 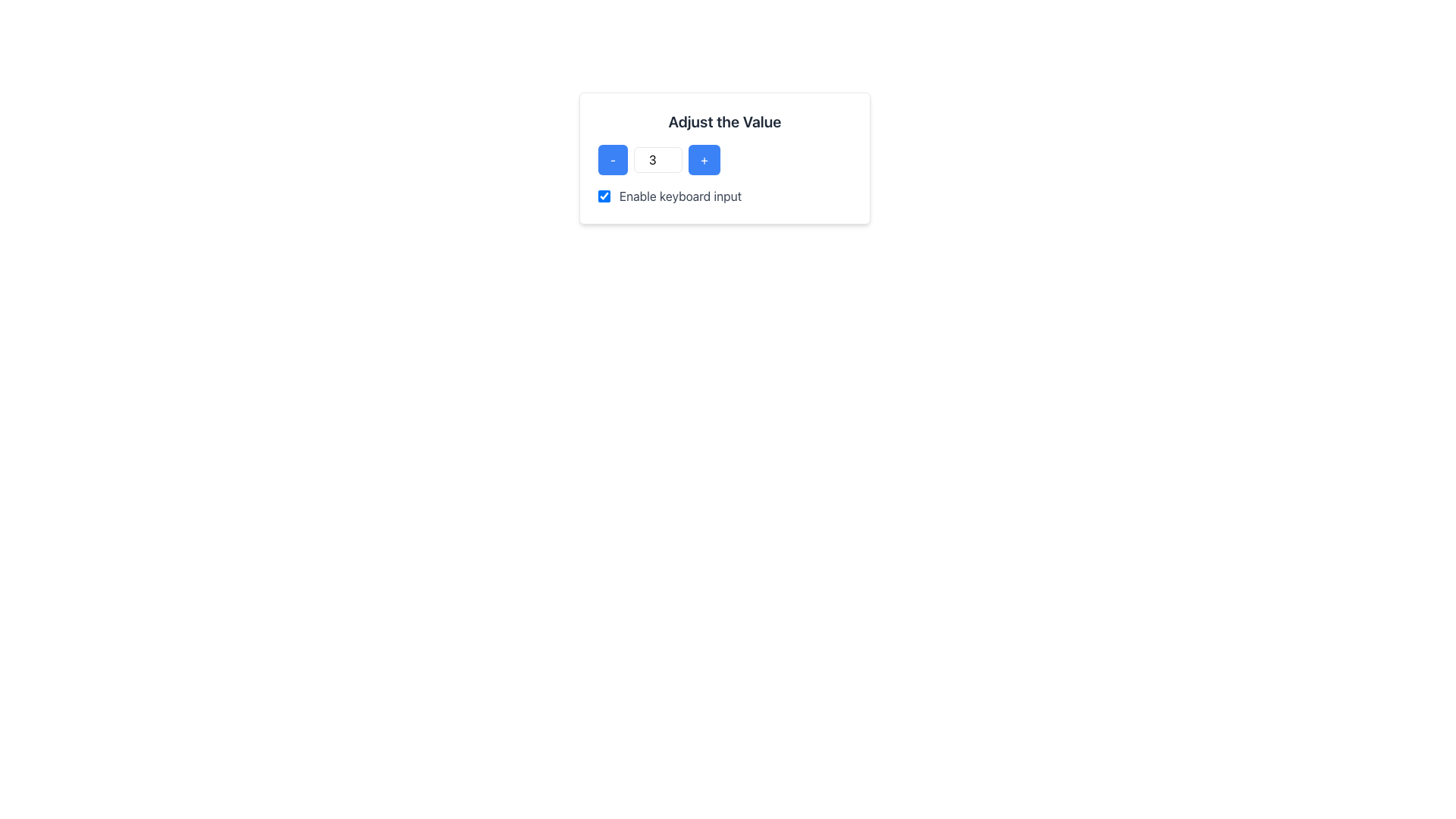 I want to click on the Number input field displaying the numeric value '3', so click(x=658, y=160).